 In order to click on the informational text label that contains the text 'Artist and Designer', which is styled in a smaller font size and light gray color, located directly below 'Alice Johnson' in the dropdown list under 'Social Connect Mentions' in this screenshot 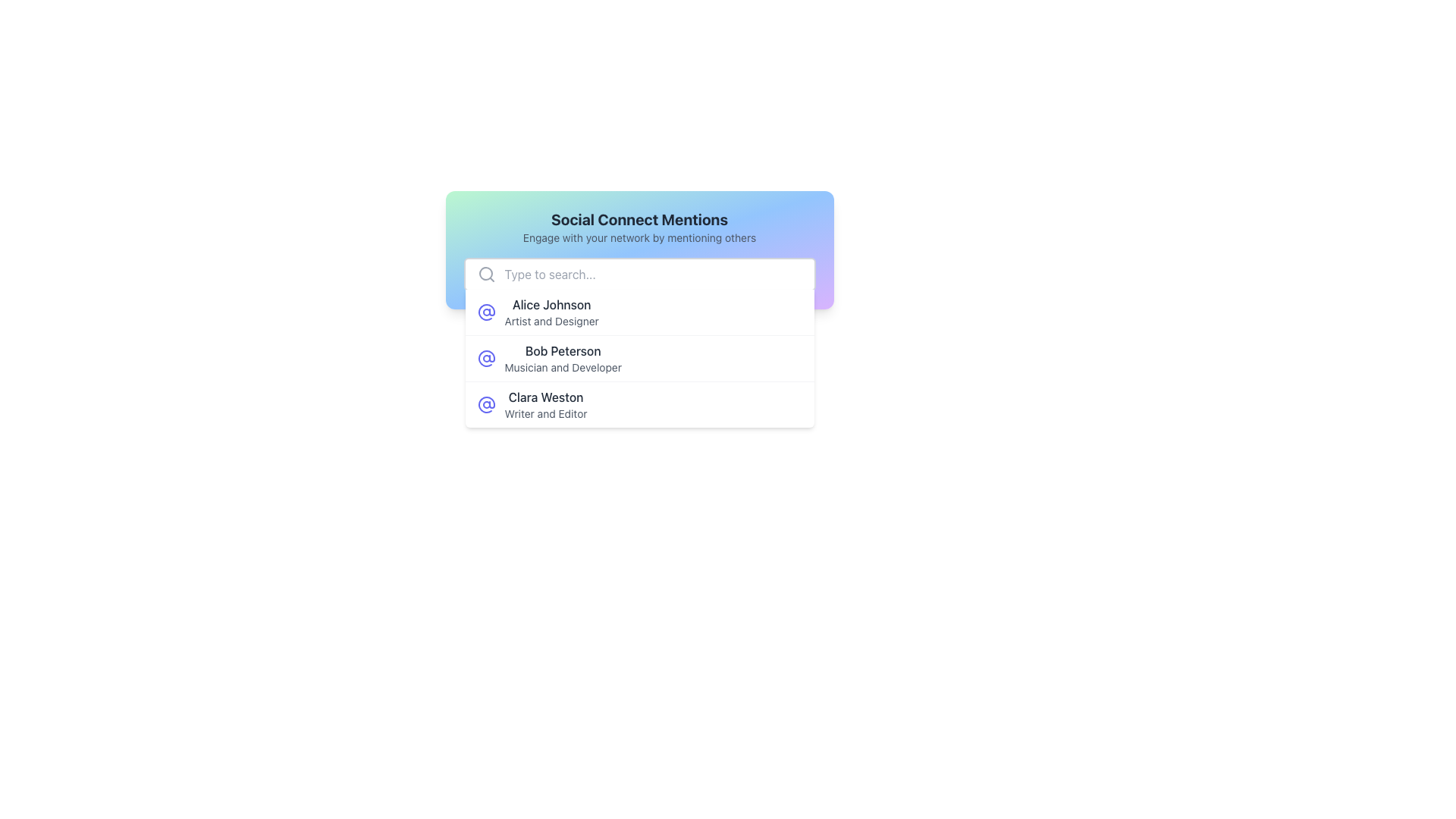, I will do `click(551, 321)`.